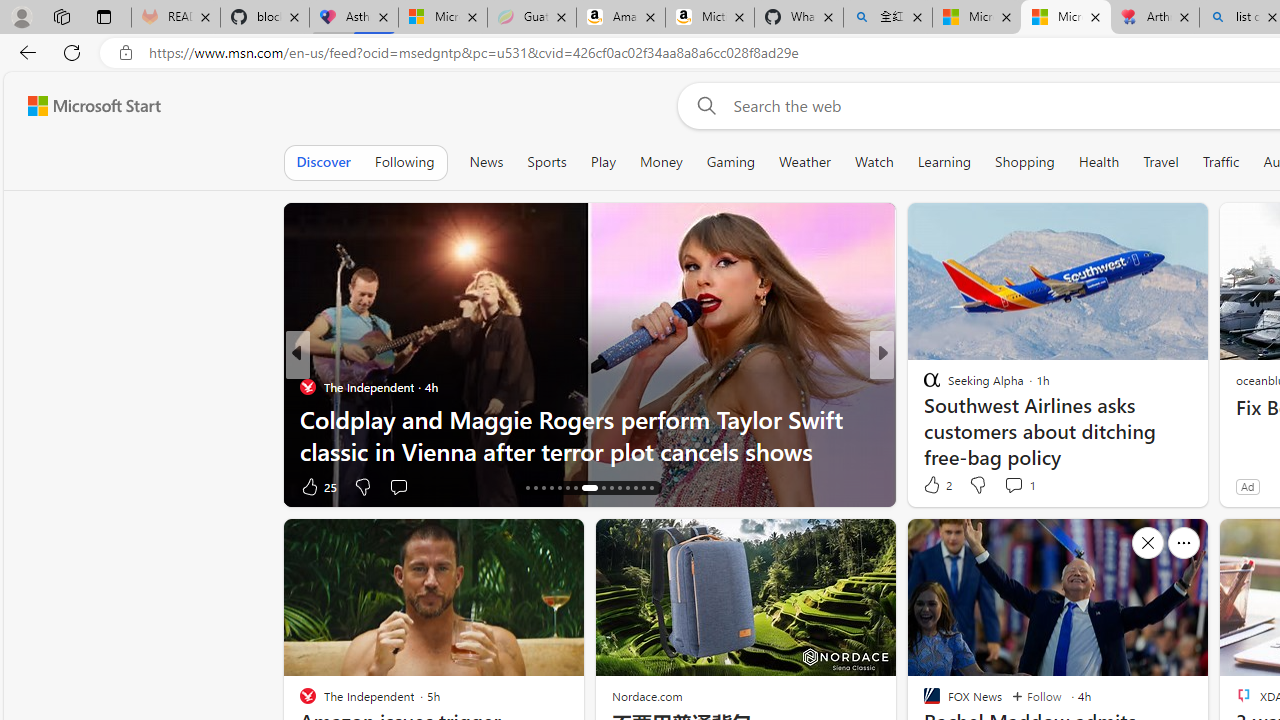 The height and width of the screenshot is (720, 1280). I want to click on 'Gaming', so click(729, 161).